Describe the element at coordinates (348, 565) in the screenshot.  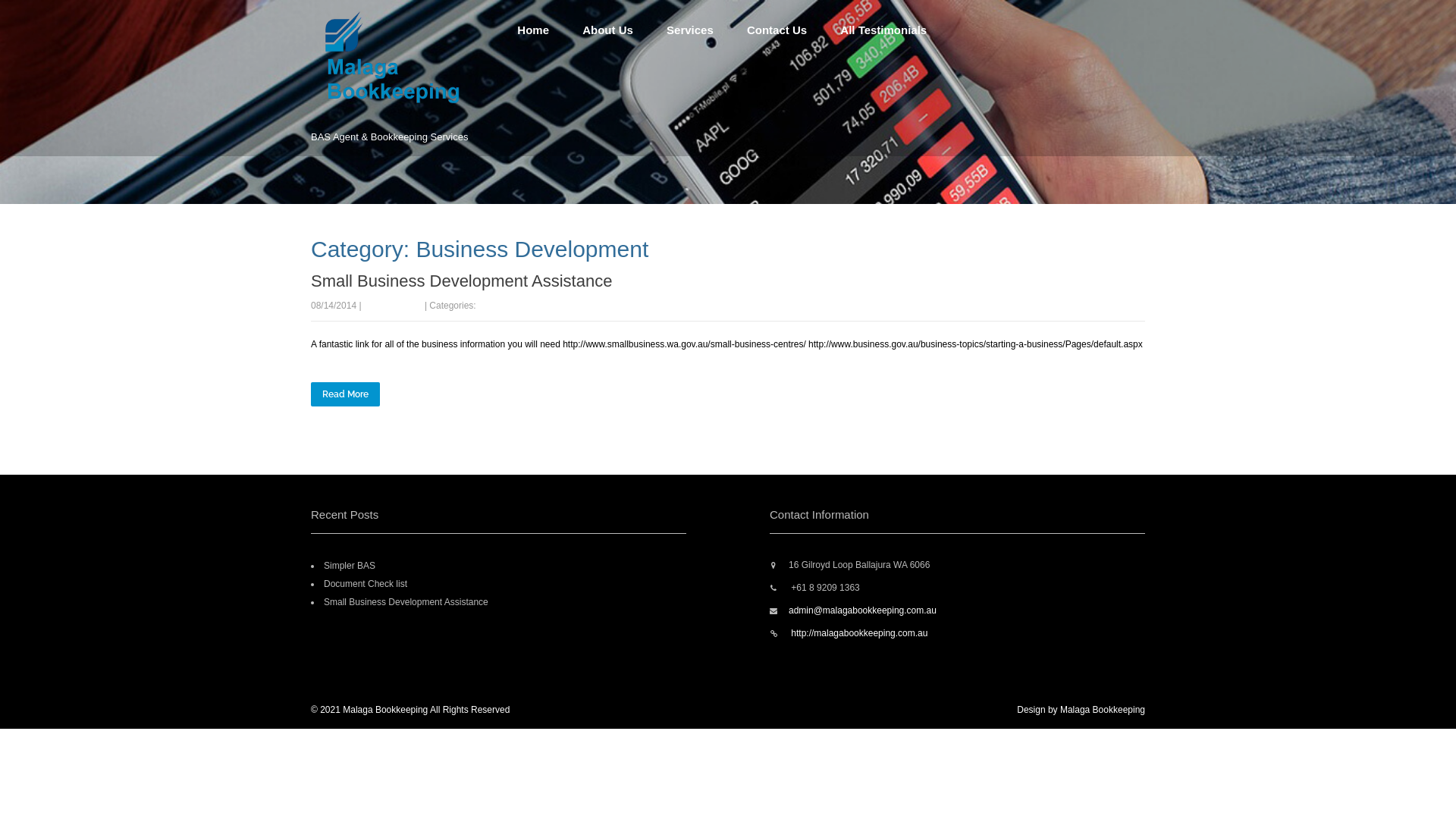
I see `'Simpler BAS'` at that location.